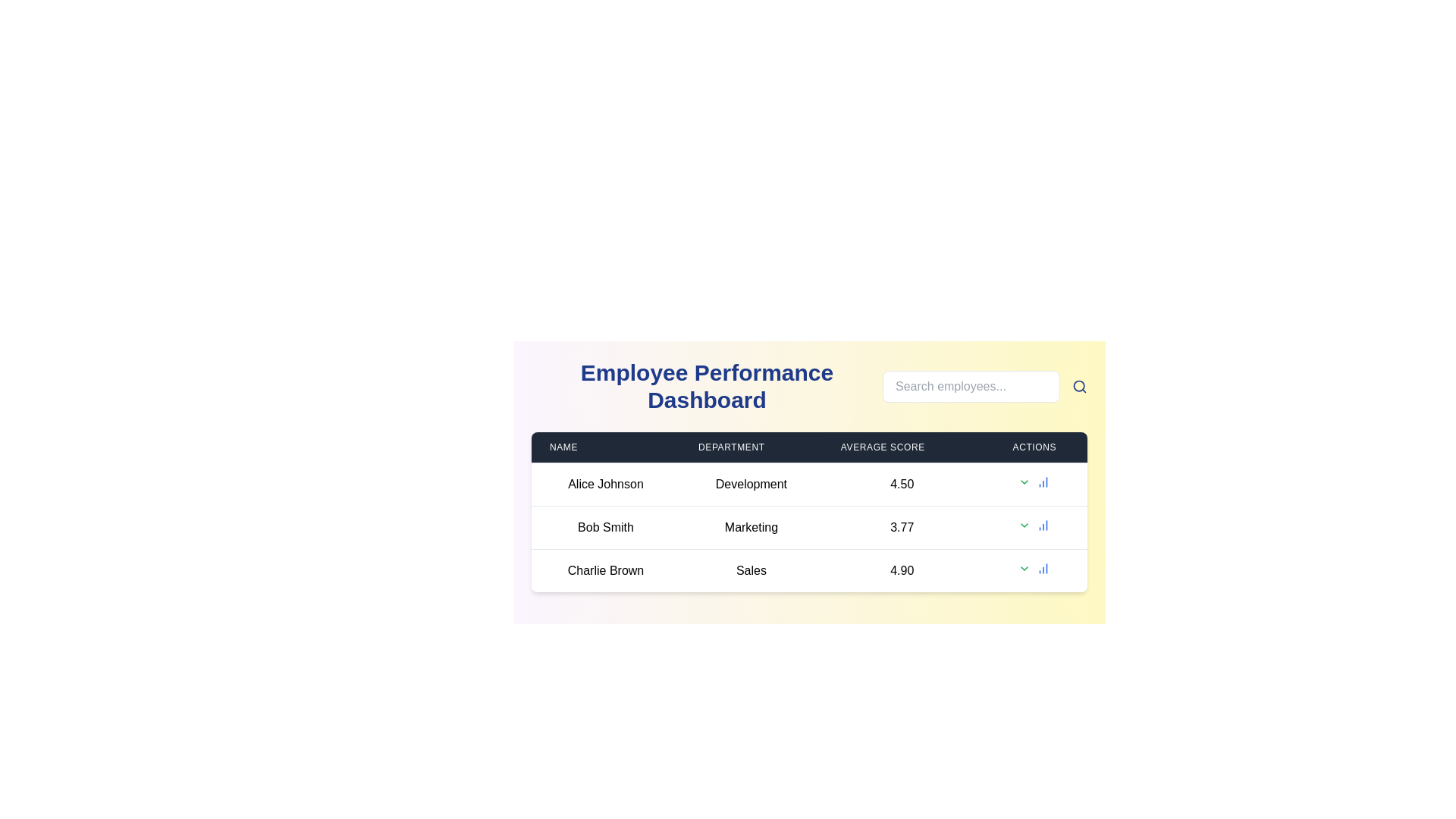 This screenshot has height=819, width=1456. Describe the element at coordinates (902, 485) in the screenshot. I see `displayed average score value associated with 'Alice Johnson' in the 'AVERAGE SCORE' column of the 'Employee Performance Dashboard' table` at that location.